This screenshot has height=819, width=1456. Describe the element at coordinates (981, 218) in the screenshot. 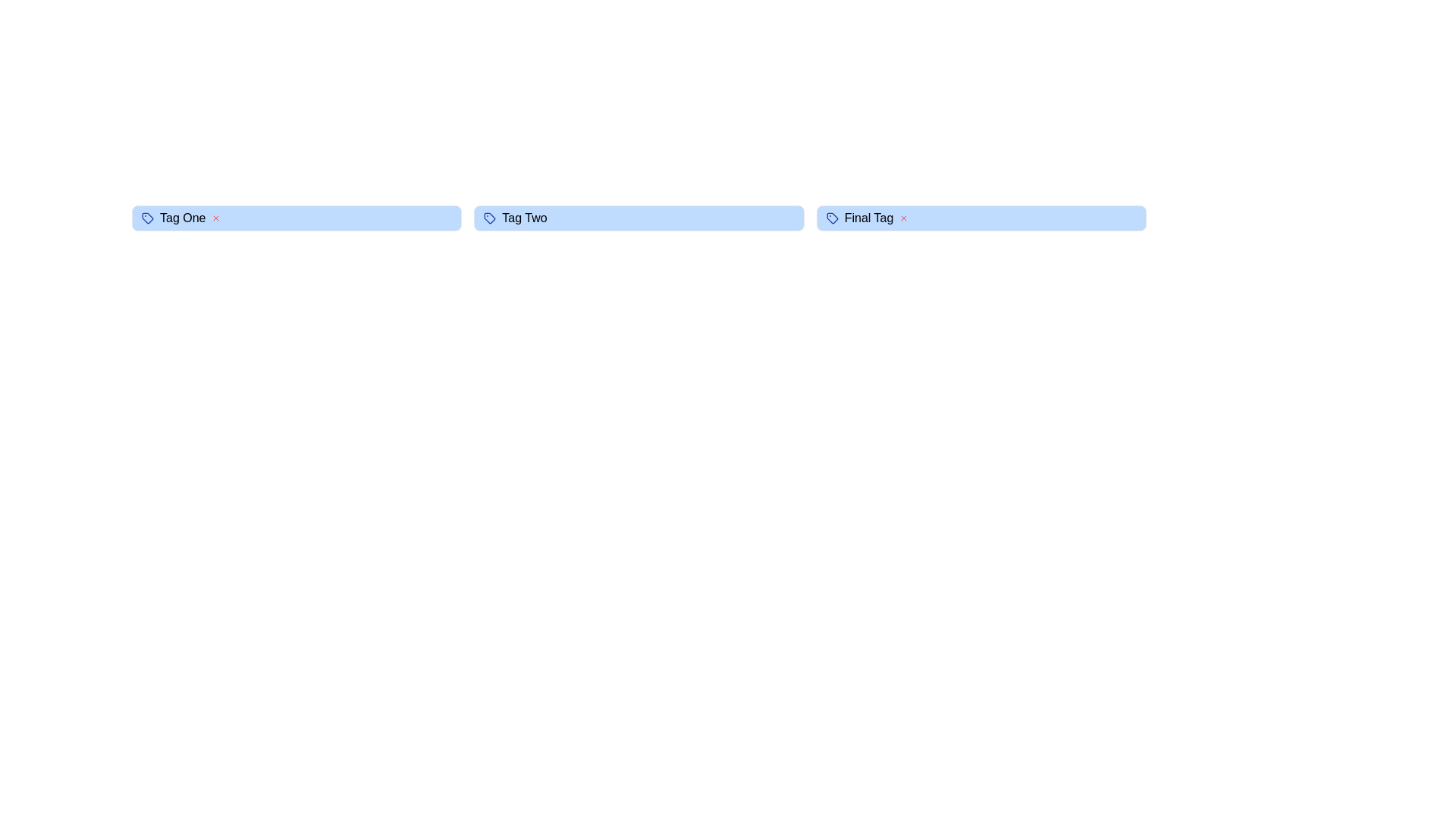

I see `the Tag element labeled 'Final Tag' with a small red 'x' icon` at that location.